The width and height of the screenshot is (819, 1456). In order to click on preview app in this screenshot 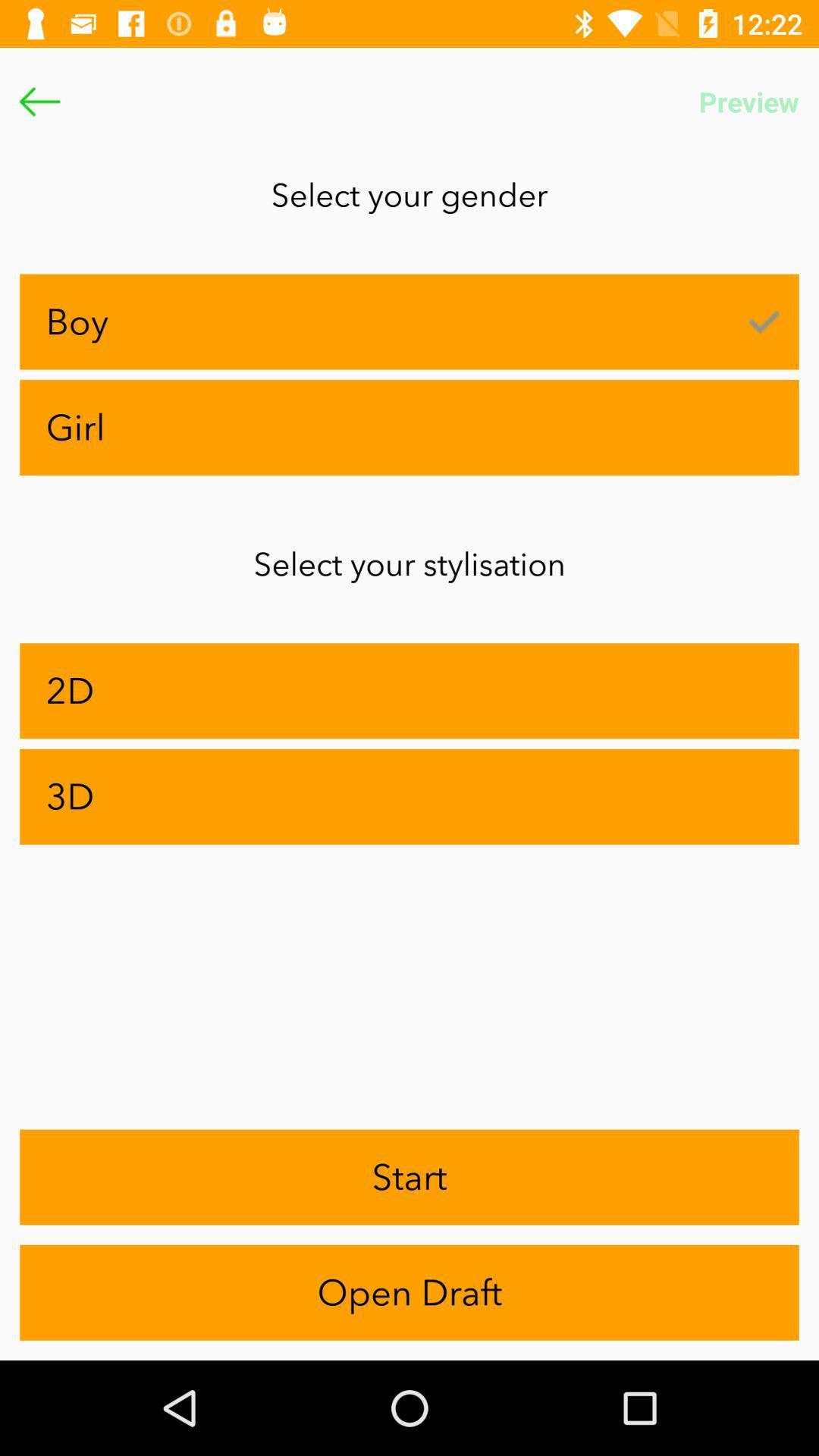, I will do `click(748, 101)`.